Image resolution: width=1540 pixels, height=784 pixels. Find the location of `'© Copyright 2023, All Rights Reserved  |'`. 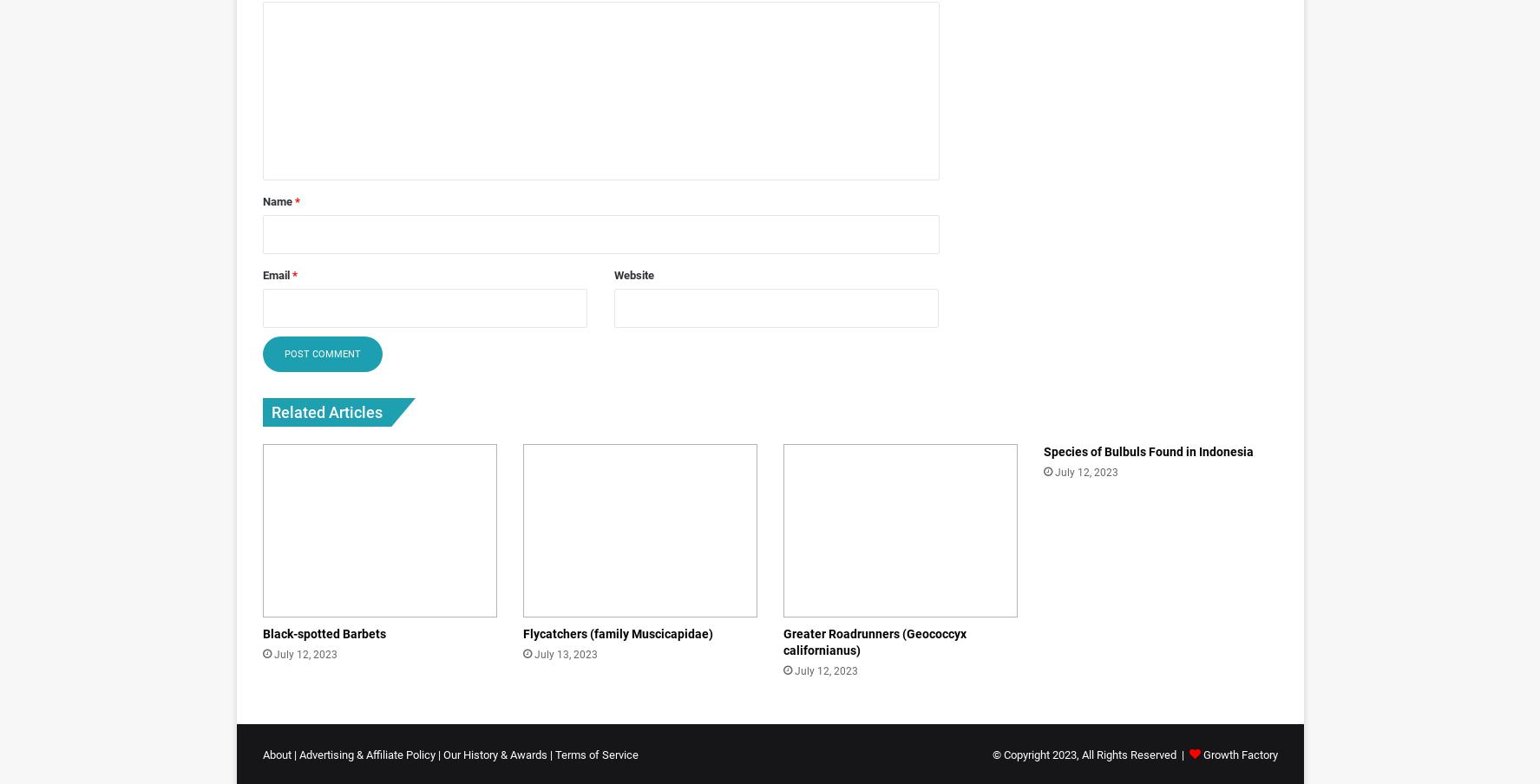

'© Copyright 2023, All Rights Reserved  |' is located at coordinates (1090, 755).